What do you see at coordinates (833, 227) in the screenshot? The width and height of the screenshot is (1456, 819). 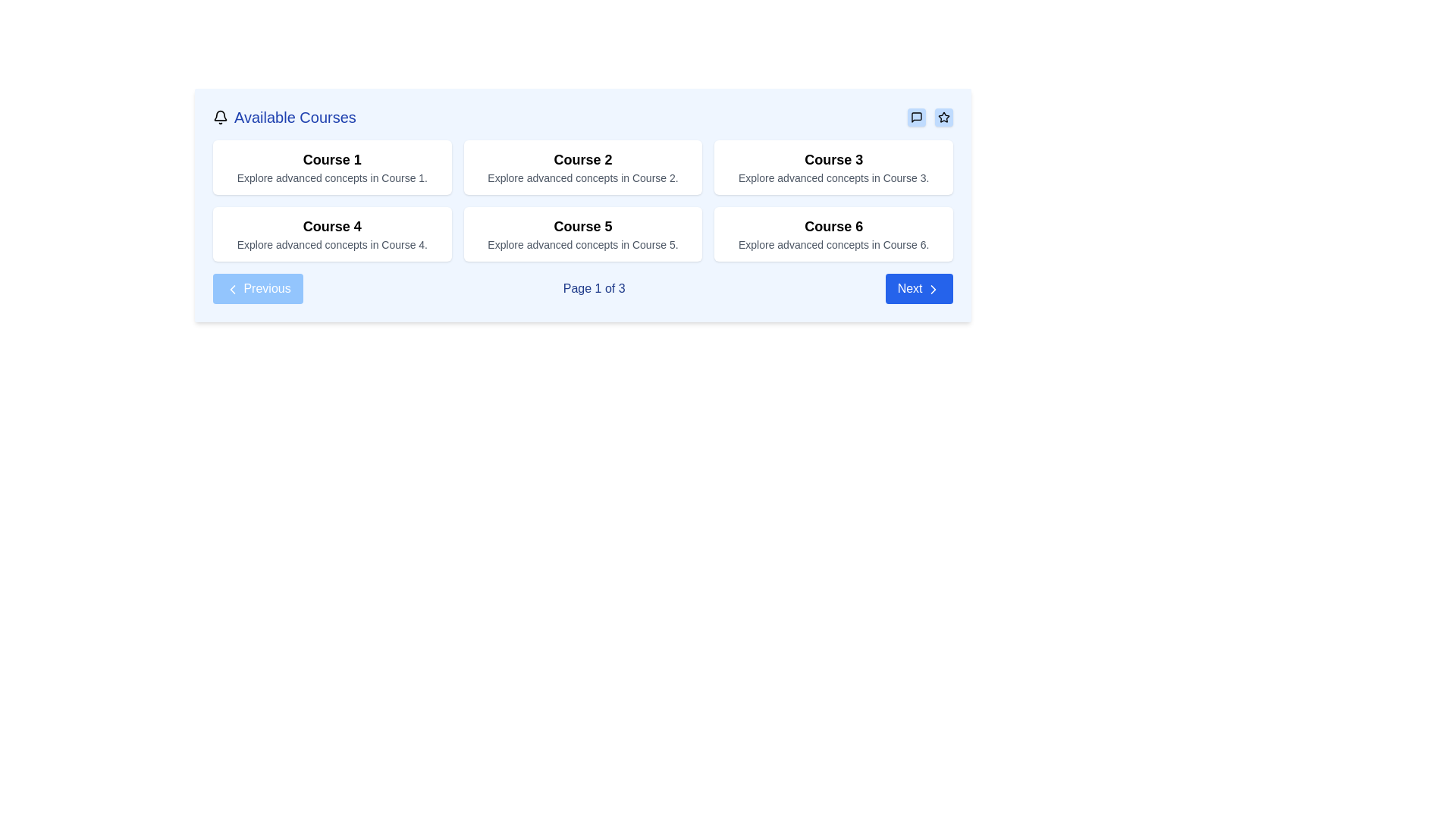 I see `title text of the course card located in the second row, third column, which serves as the primary identifier for the course being represented` at bounding box center [833, 227].